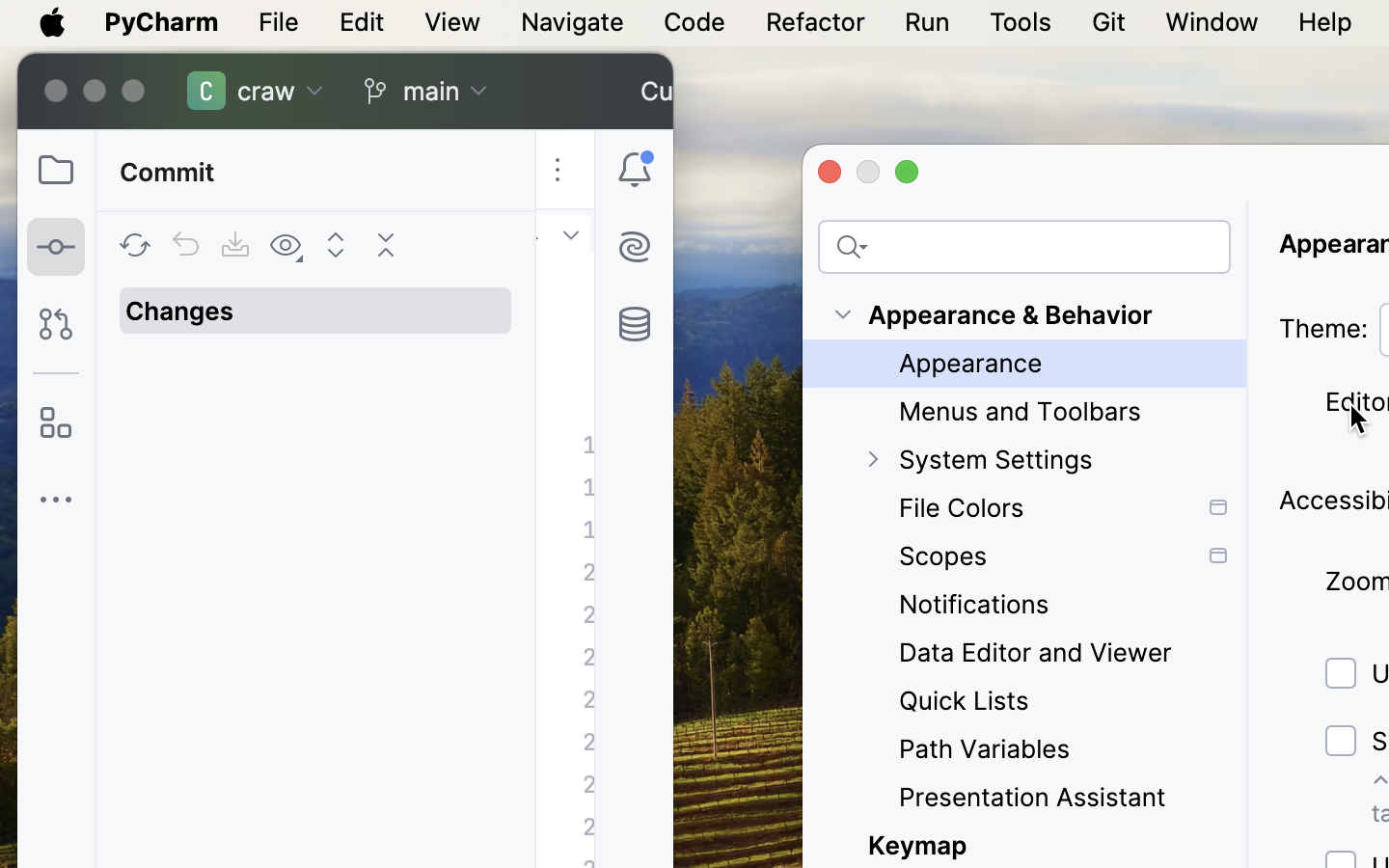 This screenshot has width=1389, height=868. Describe the element at coordinates (1322, 329) in the screenshot. I see `'Theme:'` at that location.